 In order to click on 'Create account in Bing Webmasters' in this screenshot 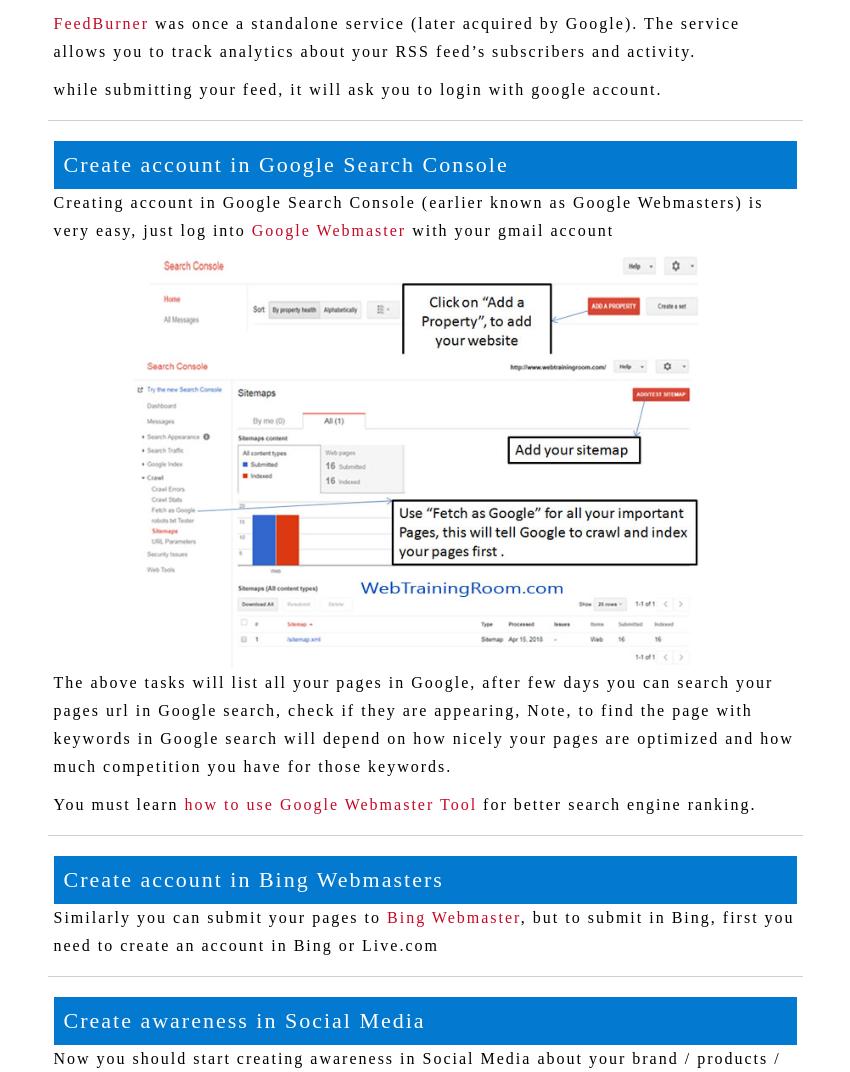, I will do `click(62, 879)`.